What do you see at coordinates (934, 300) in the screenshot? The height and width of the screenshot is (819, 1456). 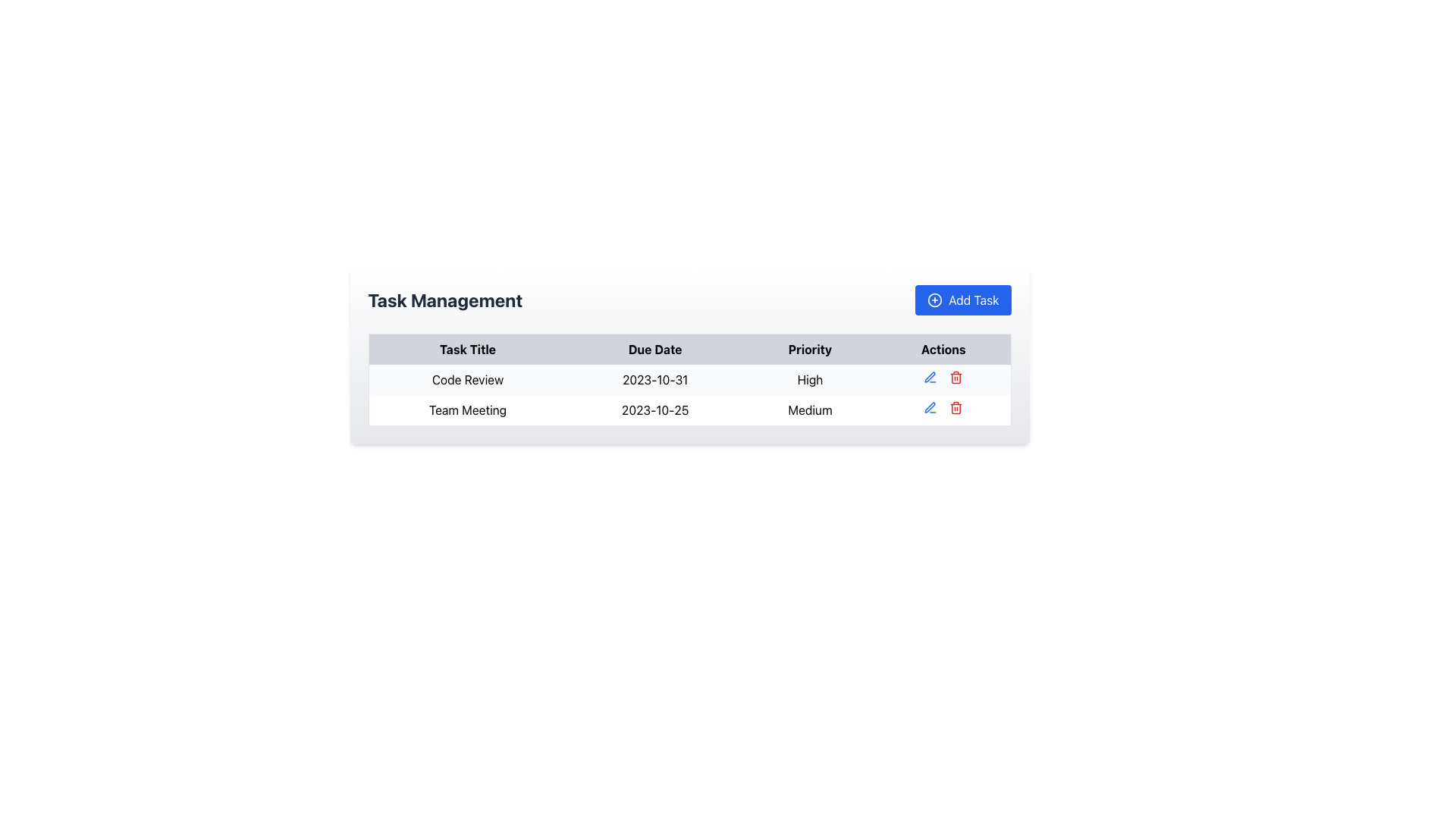 I see `the circular icon with a plus symbol in its center, which is part of the 'Add Task' button located in the top-right corner of the interface` at bounding box center [934, 300].